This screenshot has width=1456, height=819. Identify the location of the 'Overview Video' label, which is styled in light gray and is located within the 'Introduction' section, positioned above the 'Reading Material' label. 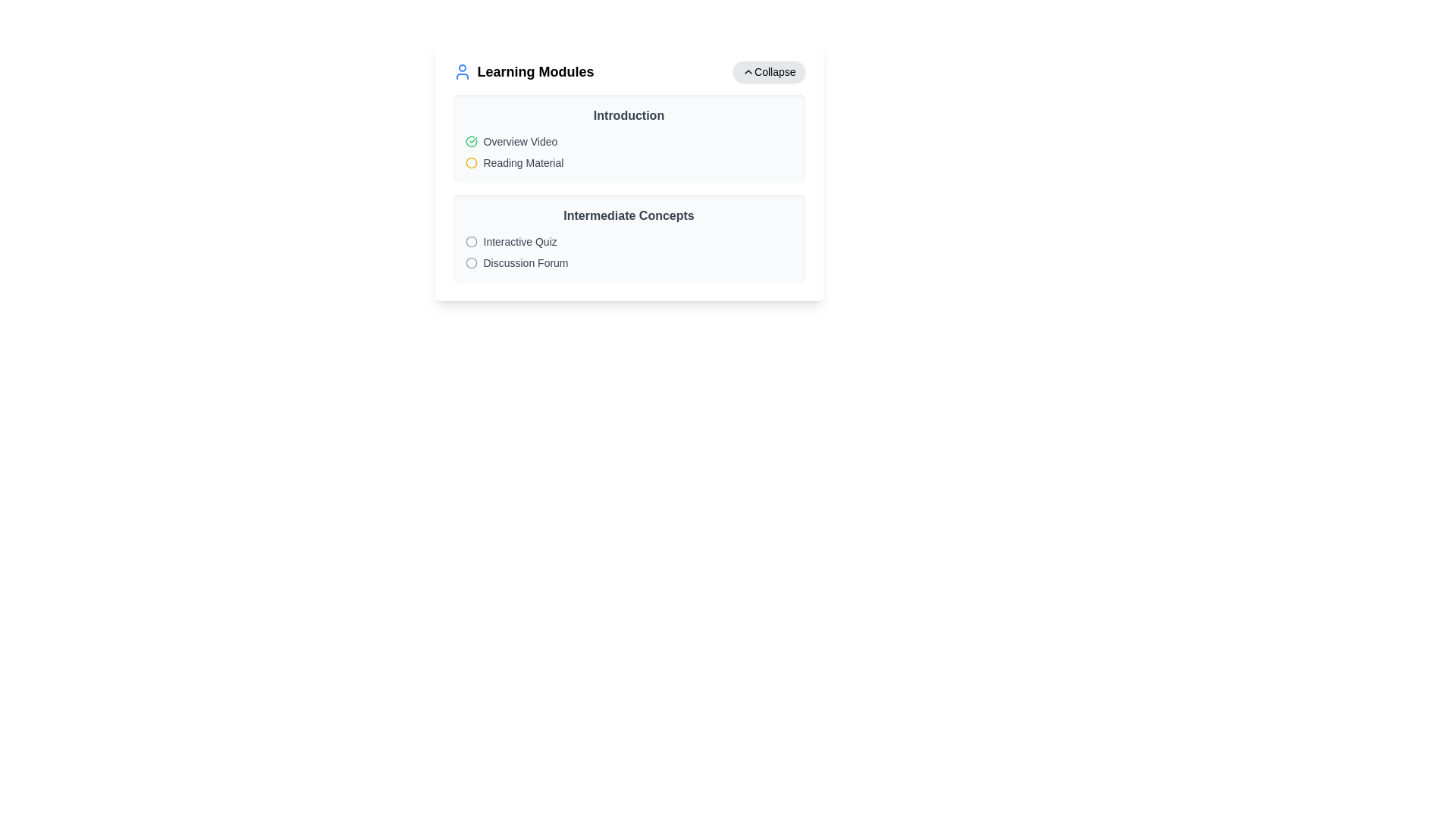
(520, 141).